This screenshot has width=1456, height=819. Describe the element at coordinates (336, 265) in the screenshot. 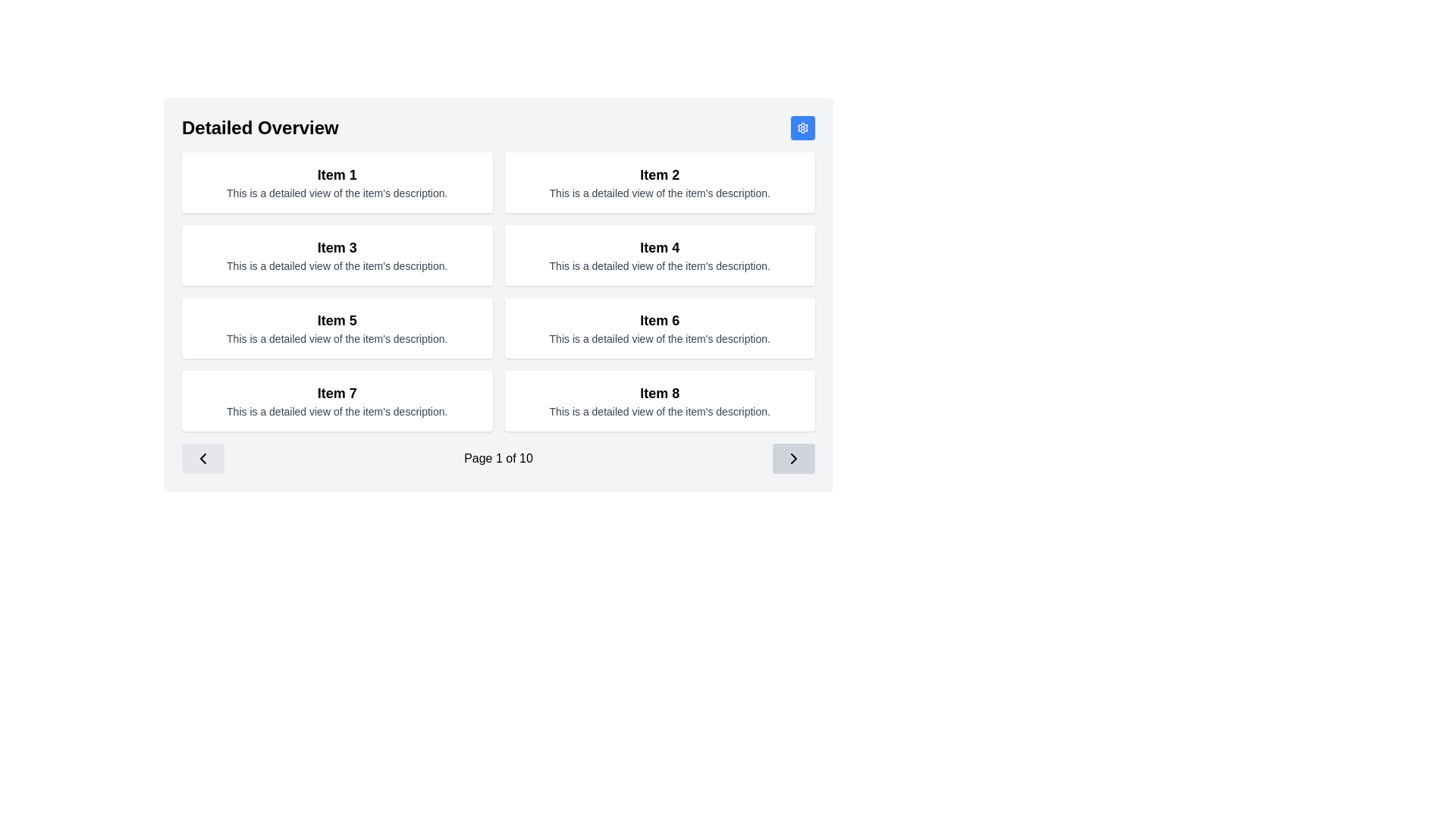

I see `the descriptive text located below the 'Item 3' title in the third item card of the grid layout` at that location.